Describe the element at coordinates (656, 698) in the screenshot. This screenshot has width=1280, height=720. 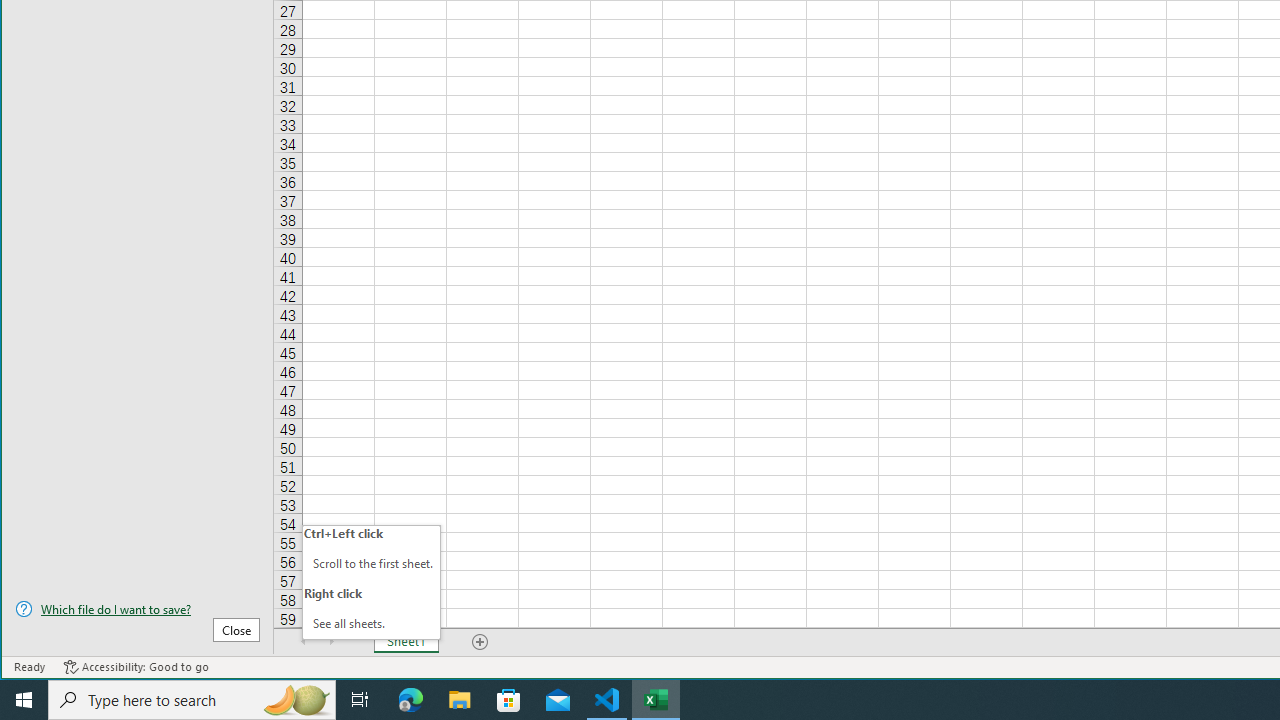
I see `'Excel - 1 running window'` at that location.